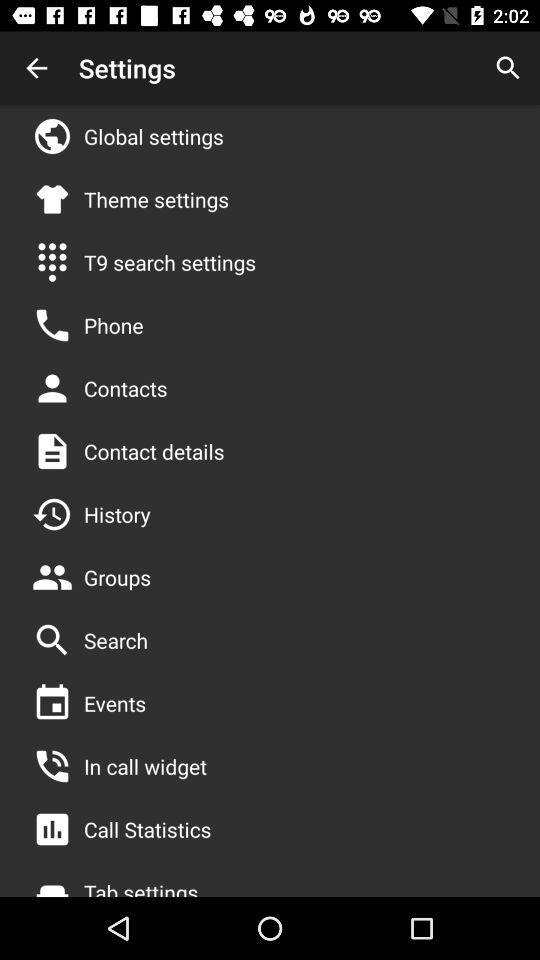 Image resolution: width=540 pixels, height=960 pixels. What do you see at coordinates (153, 451) in the screenshot?
I see `the contact details item` at bounding box center [153, 451].